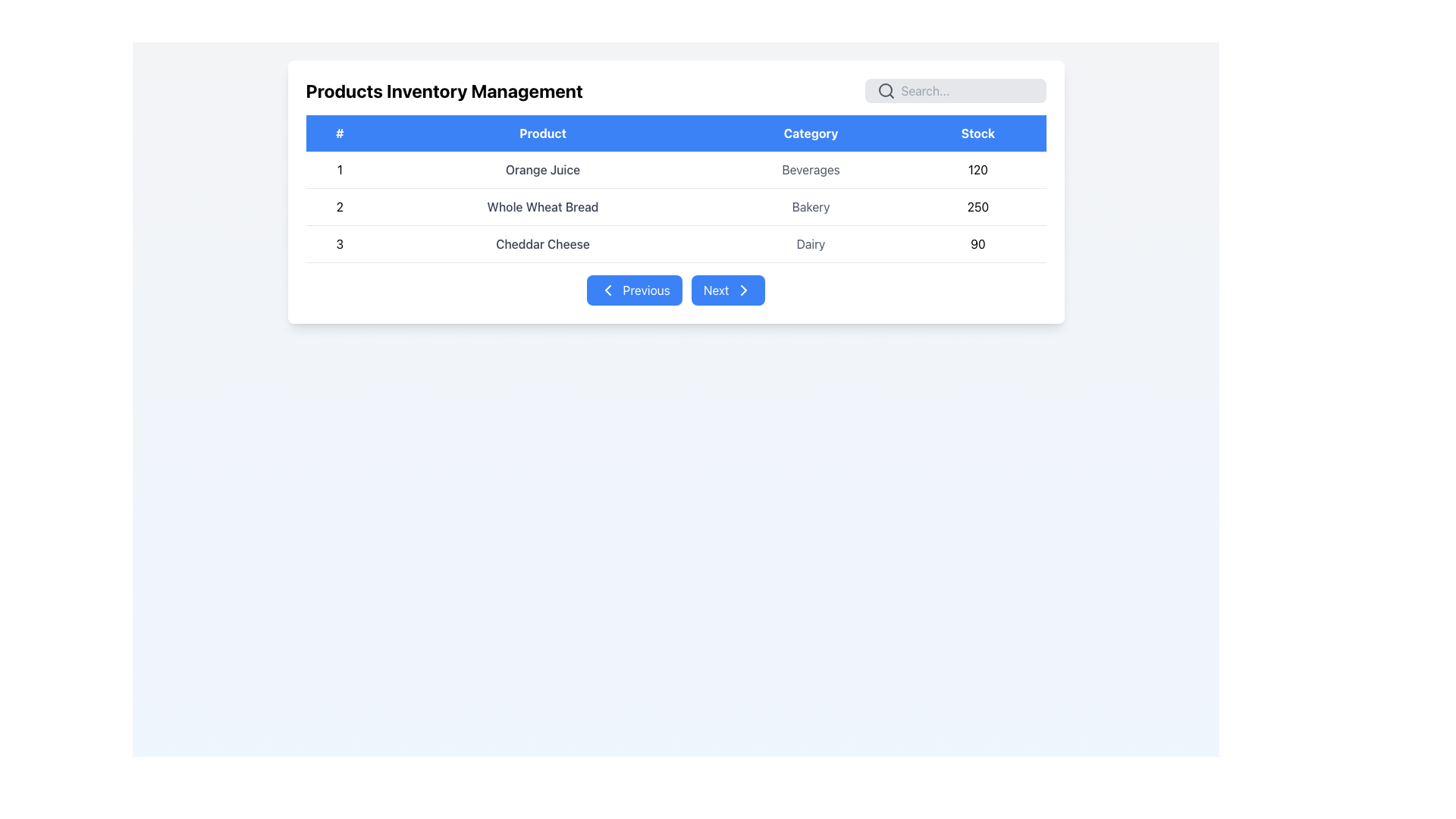  Describe the element at coordinates (607, 290) in the screenshot. I see `the 'Previous' button icon that navigates to the previous page, which is located at the bottom center of the user interface` at that location.